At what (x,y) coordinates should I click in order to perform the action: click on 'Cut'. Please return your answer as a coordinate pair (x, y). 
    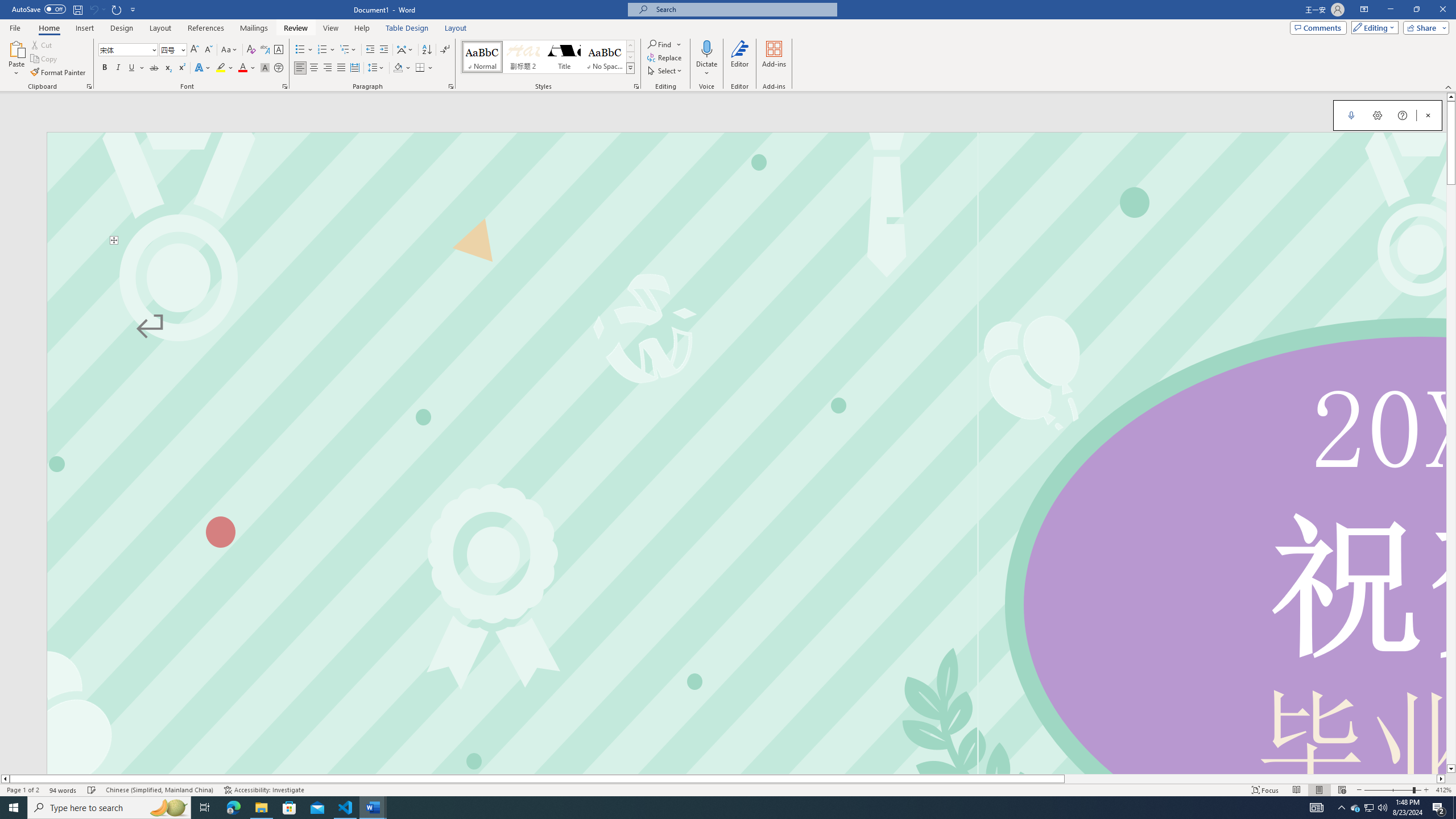
    Looking at the image, I should click on (42, 44).